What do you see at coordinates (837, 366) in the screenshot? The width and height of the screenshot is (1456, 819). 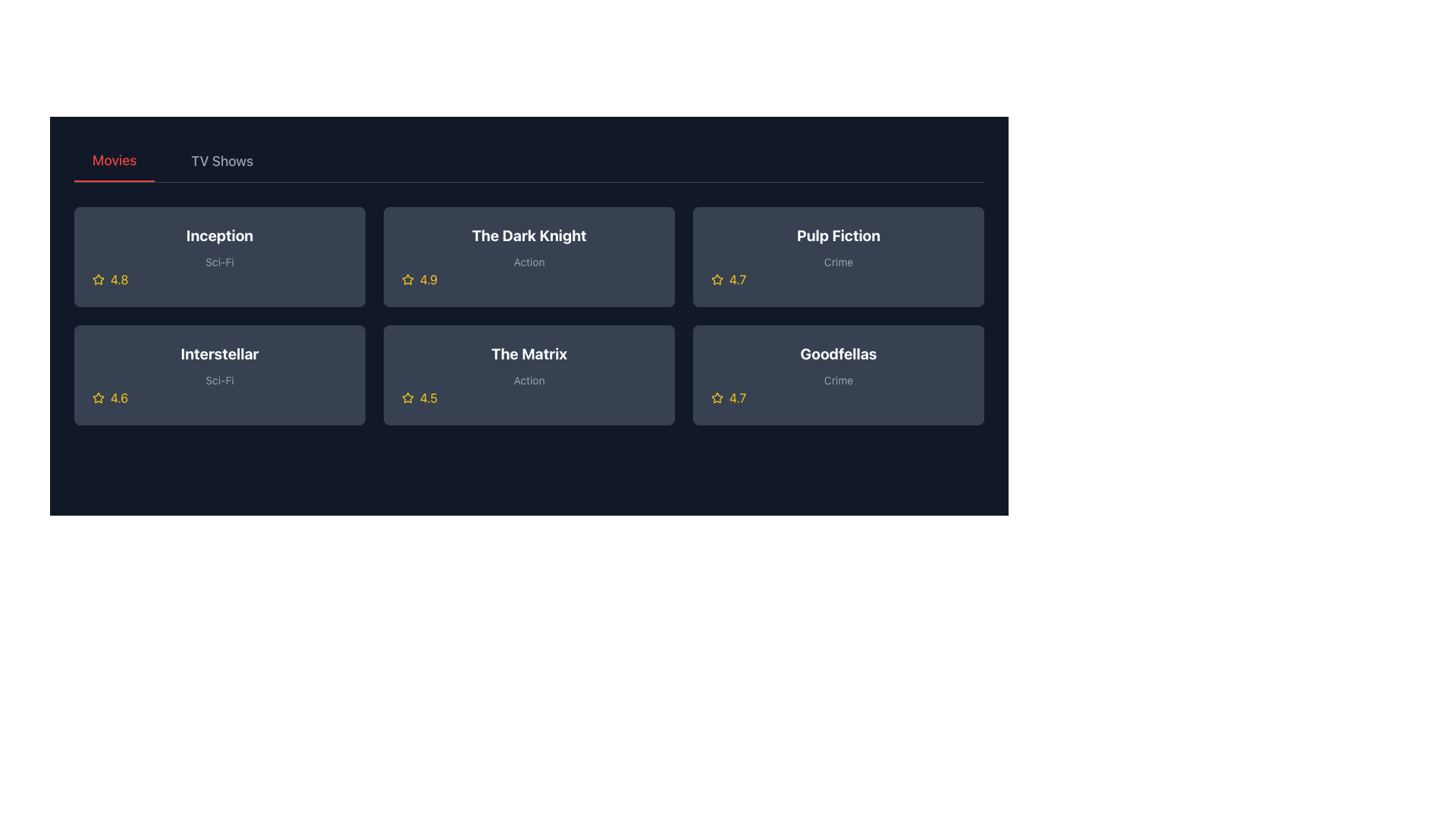 I see `contents of the text block titled 'Goodfellas' with a subtitle 'Crime', which is located in the bottom-right corner of the grid layout` at bounding box center [837, 366].